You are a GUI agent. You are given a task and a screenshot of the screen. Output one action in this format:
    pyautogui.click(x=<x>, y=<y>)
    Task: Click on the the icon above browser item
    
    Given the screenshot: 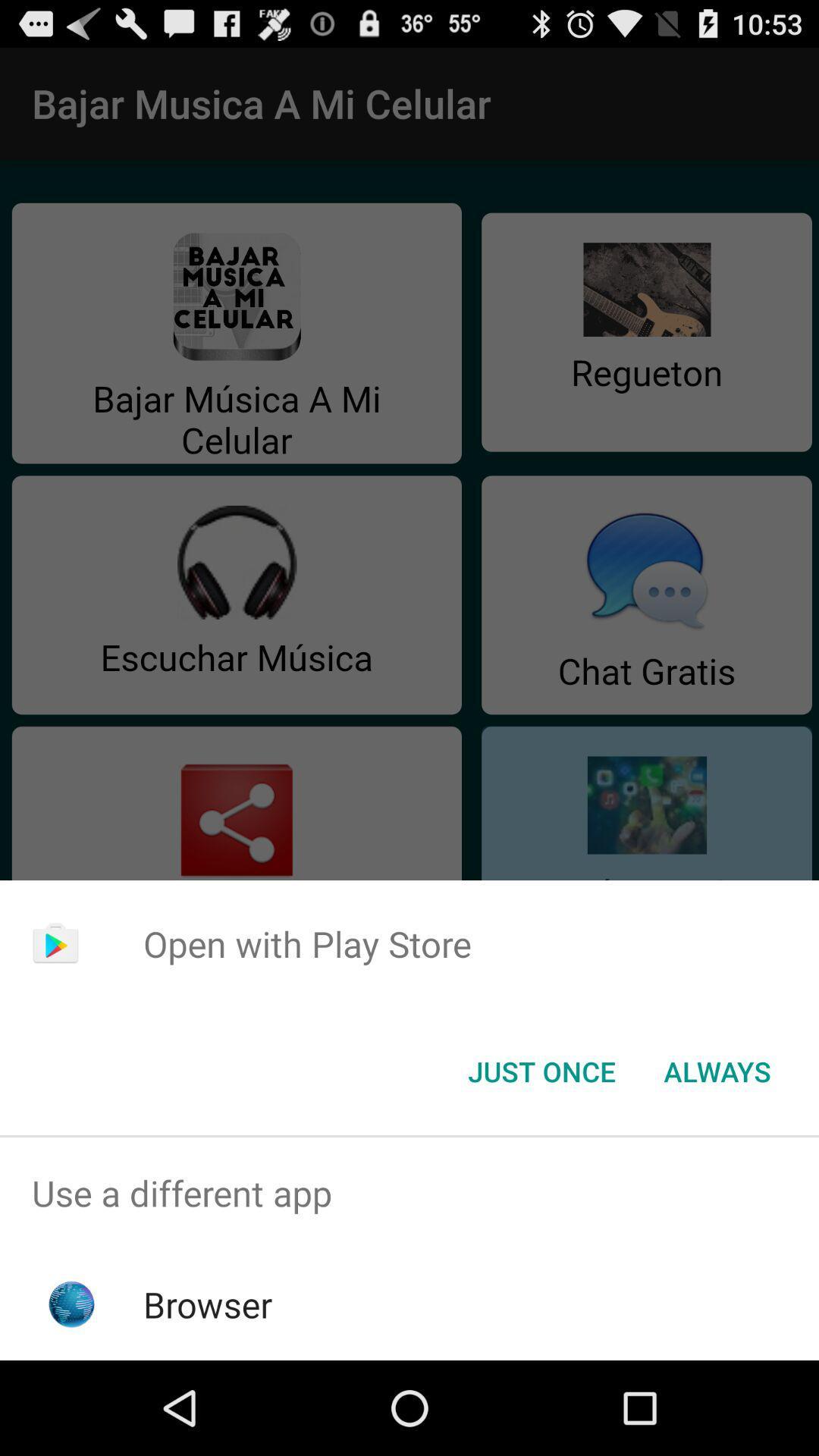 What is the action you would take?
    pyautogui.click(x=409, y=1192)
    